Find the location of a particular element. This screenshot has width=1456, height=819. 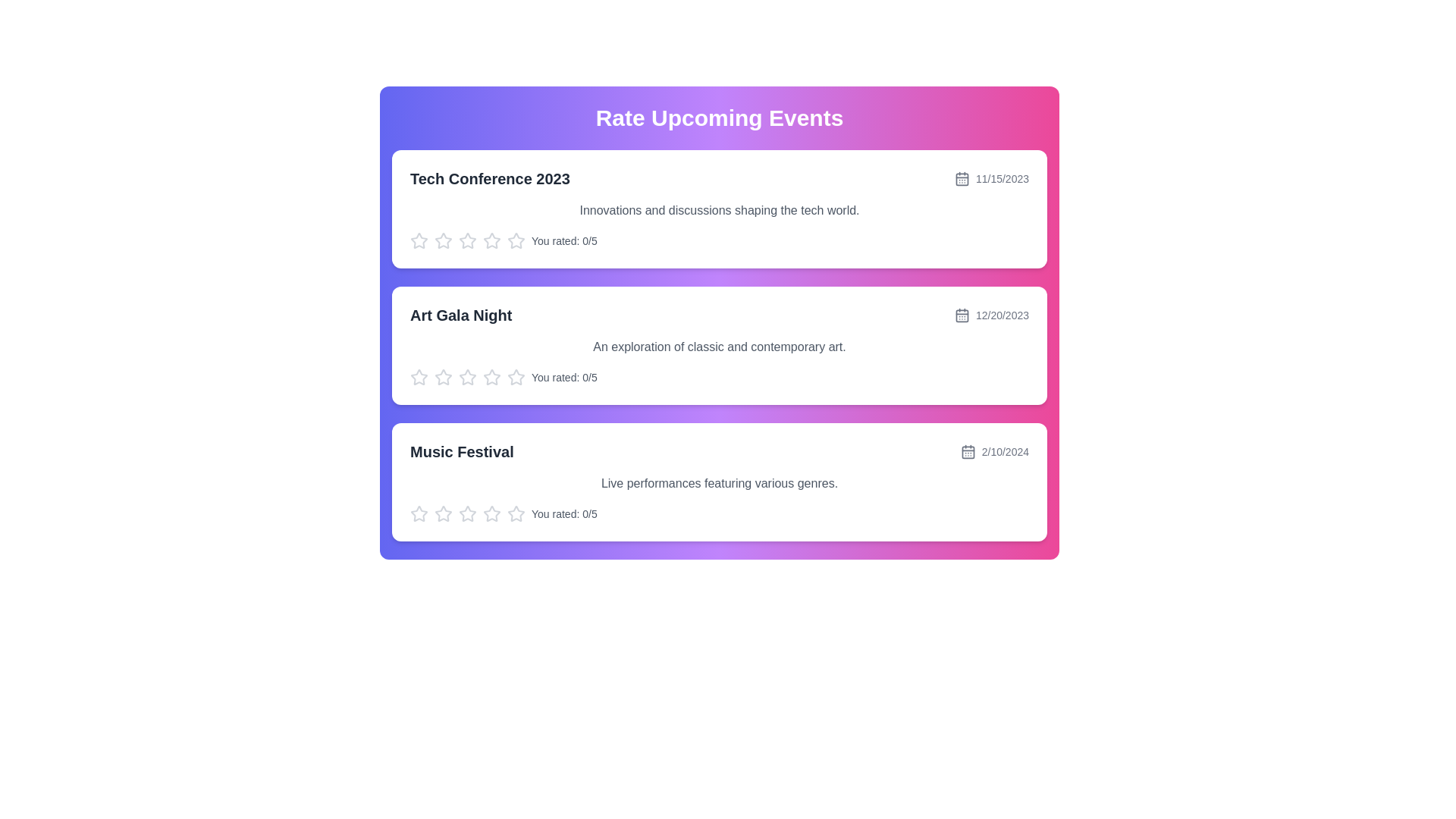

the first star in the row of five stars under the 'Music Festival' section to provide a rating is located at coordinates (443, 513).